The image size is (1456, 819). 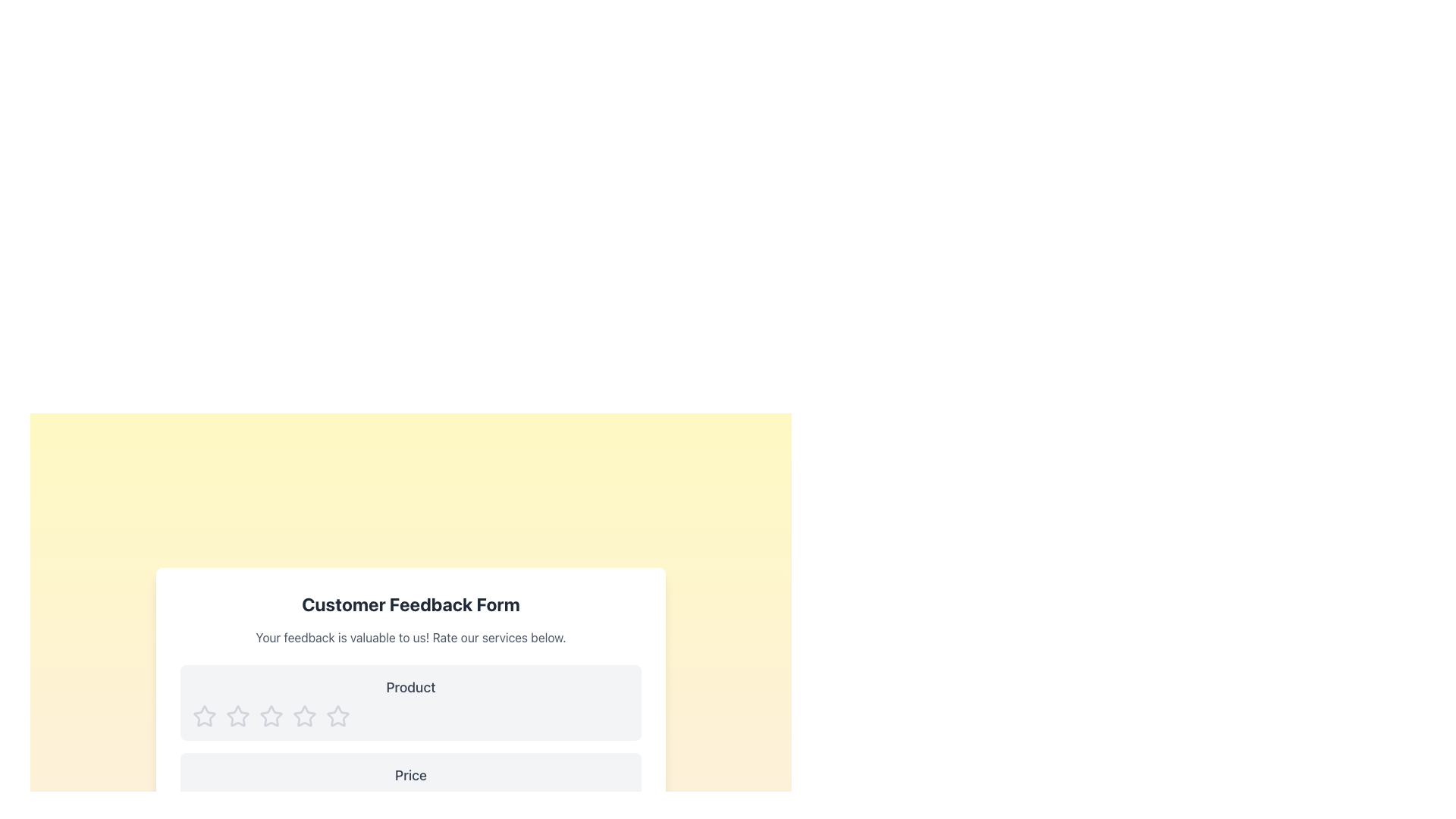 What do you see at coordinates (411, 604) in the screenshot?
I see `the heading text of the feedback form, which is located at the top-center of the form and serves as its title` at bounding box center [411, 604].